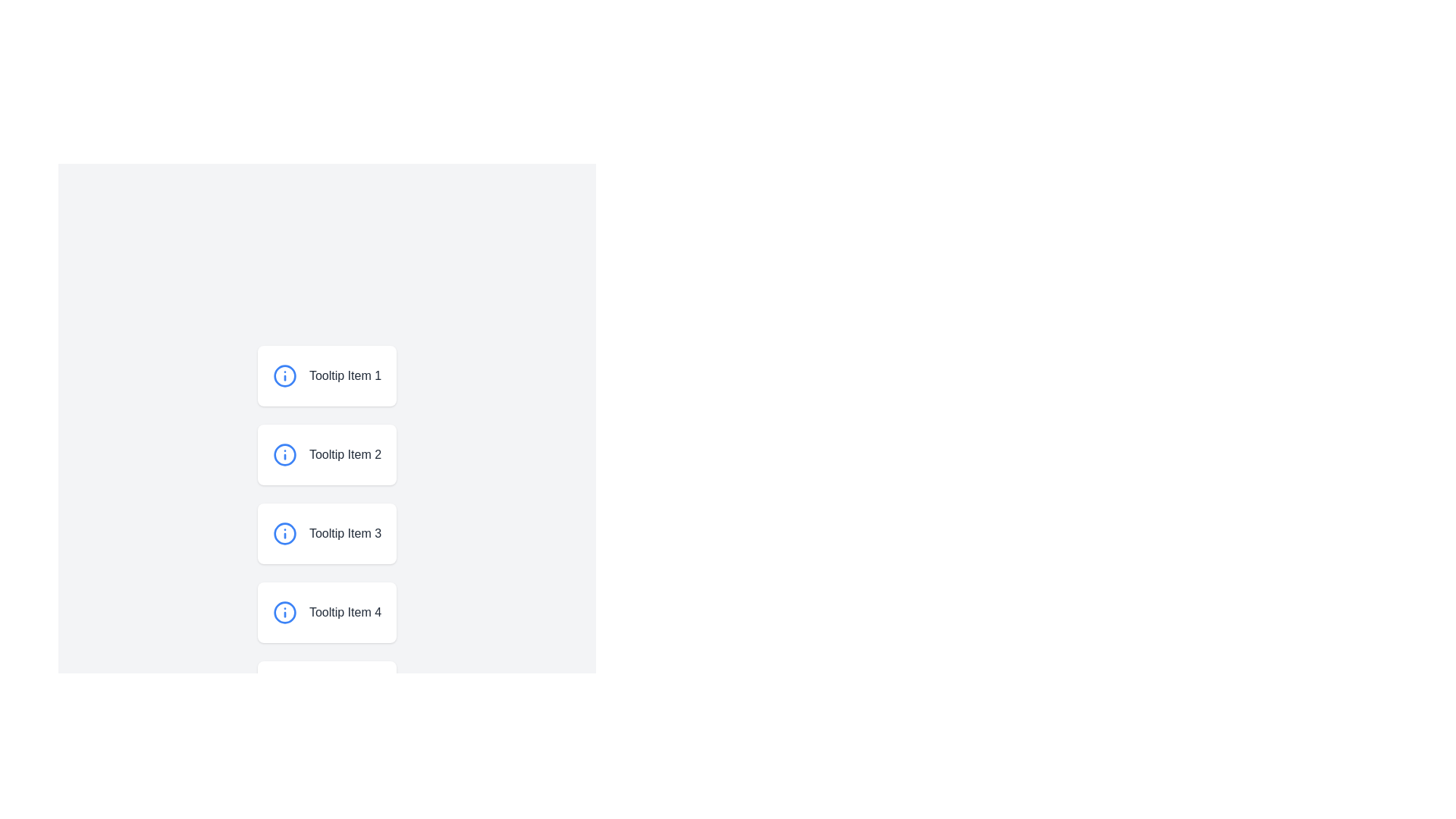 The image size is (1456, 819). I want to click on the info icon located at the top-left corner of the 'Tooltip Item 1' card, so click(284, 375).